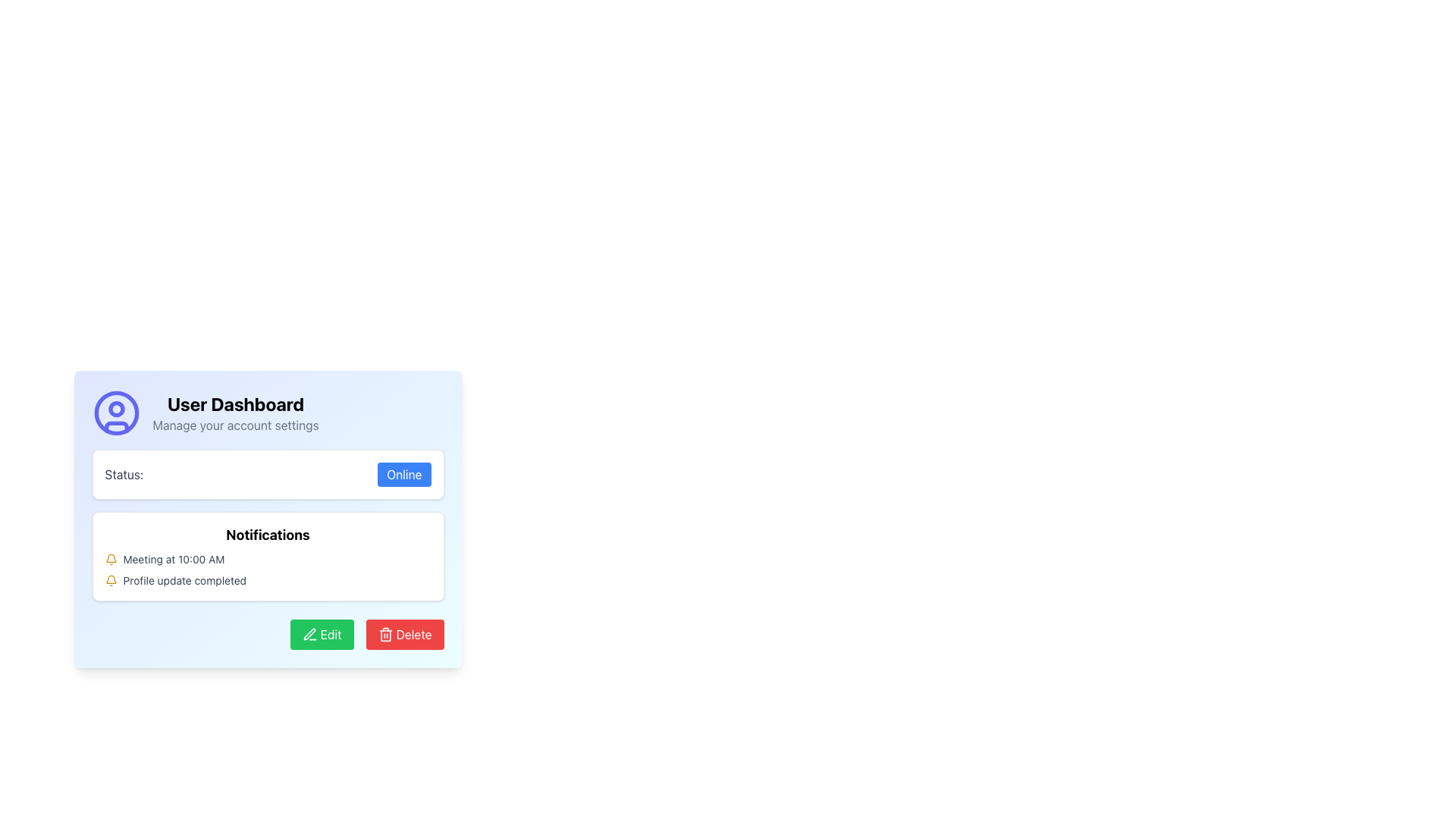 Image resolution: width=1456 pixels, height=819 pixels. Describe the element at coordinates (110, 558) in the screenshot. I see `the yellow bell icon located in the 'Notifications' section of the user dashboard, which is positioned to the left of the text 'Profile update completed'` at that location.